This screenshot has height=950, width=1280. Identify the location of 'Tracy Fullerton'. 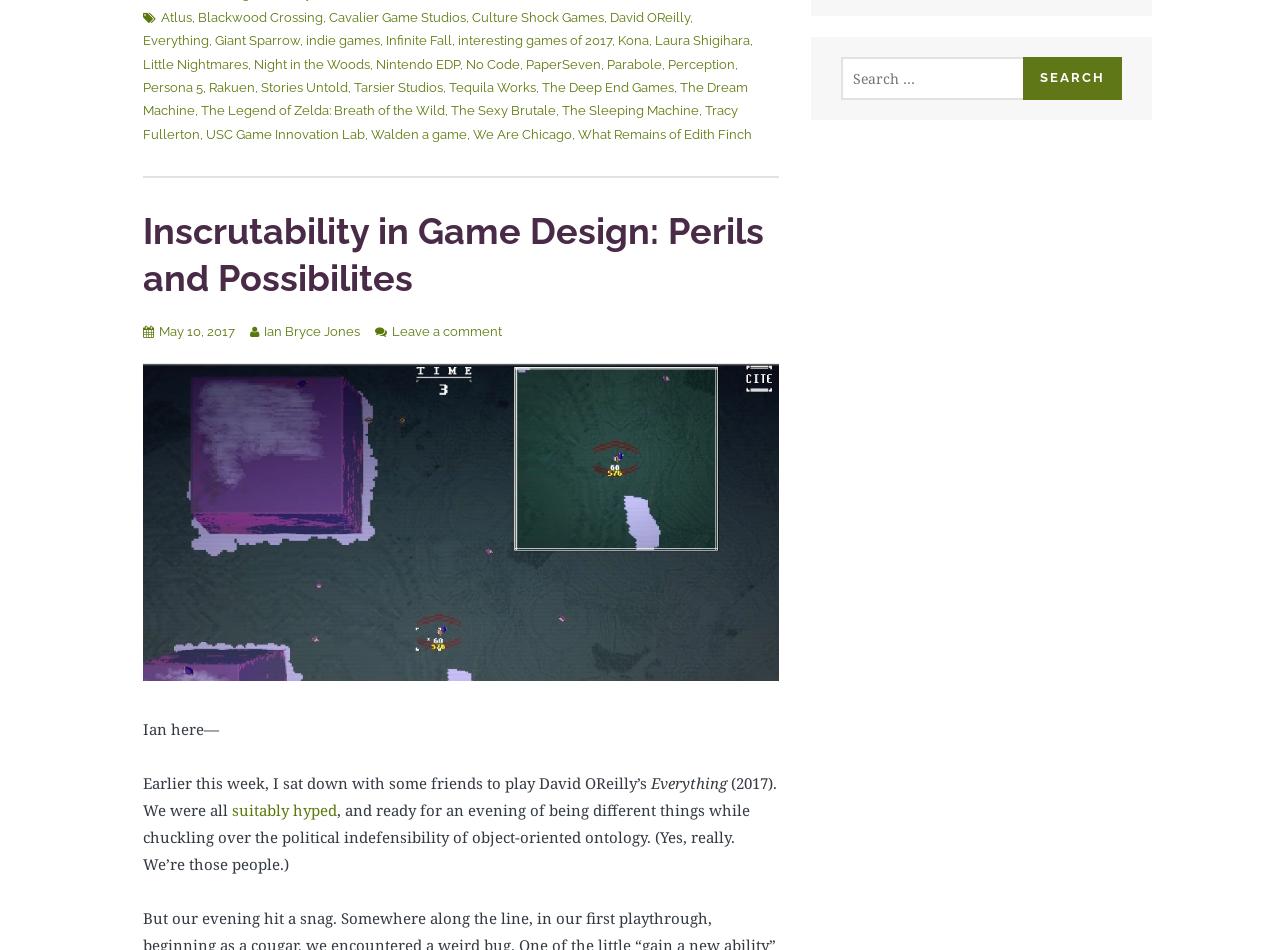
(439, 121).